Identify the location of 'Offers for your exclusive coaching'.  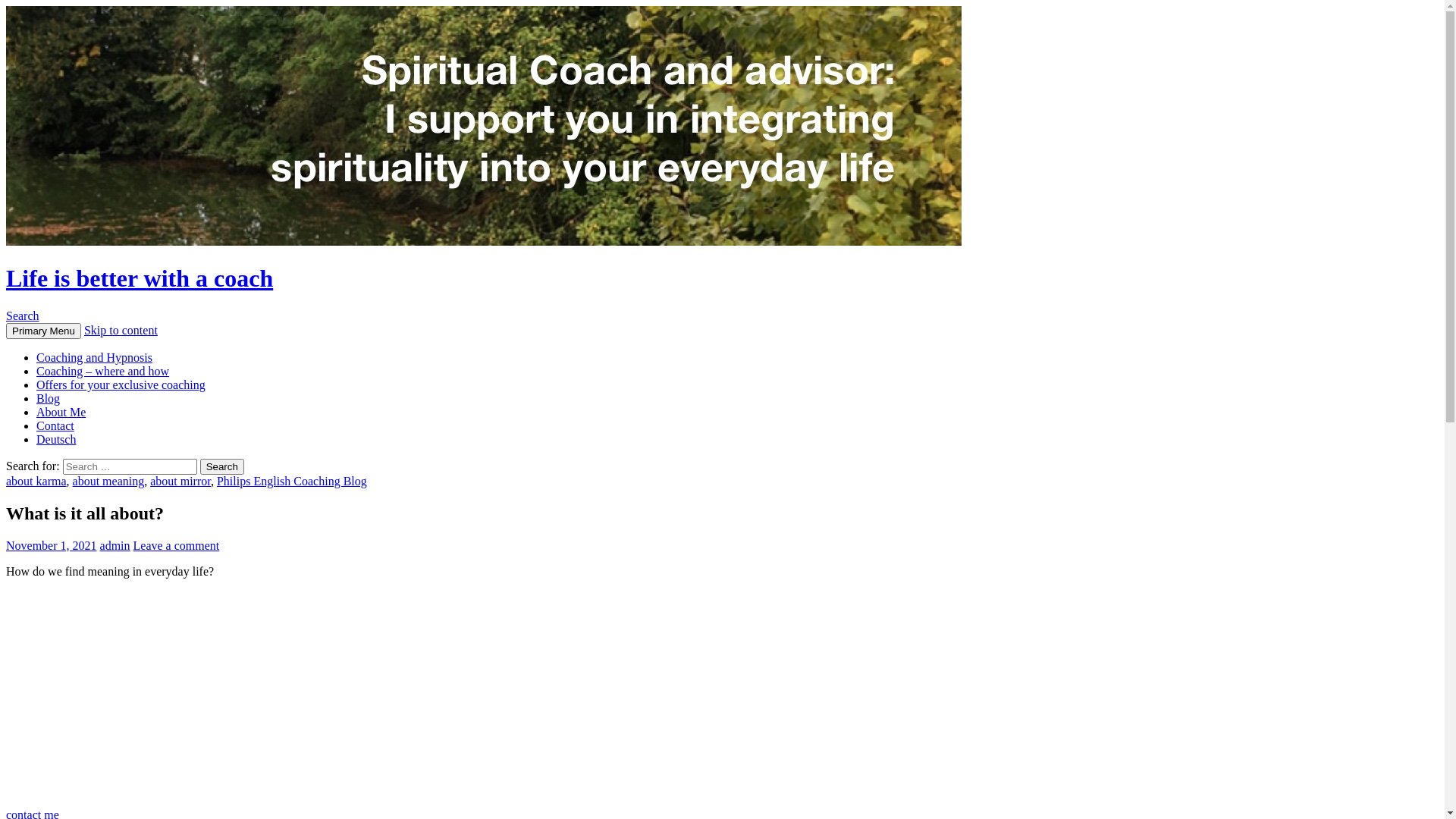
(120, 384).